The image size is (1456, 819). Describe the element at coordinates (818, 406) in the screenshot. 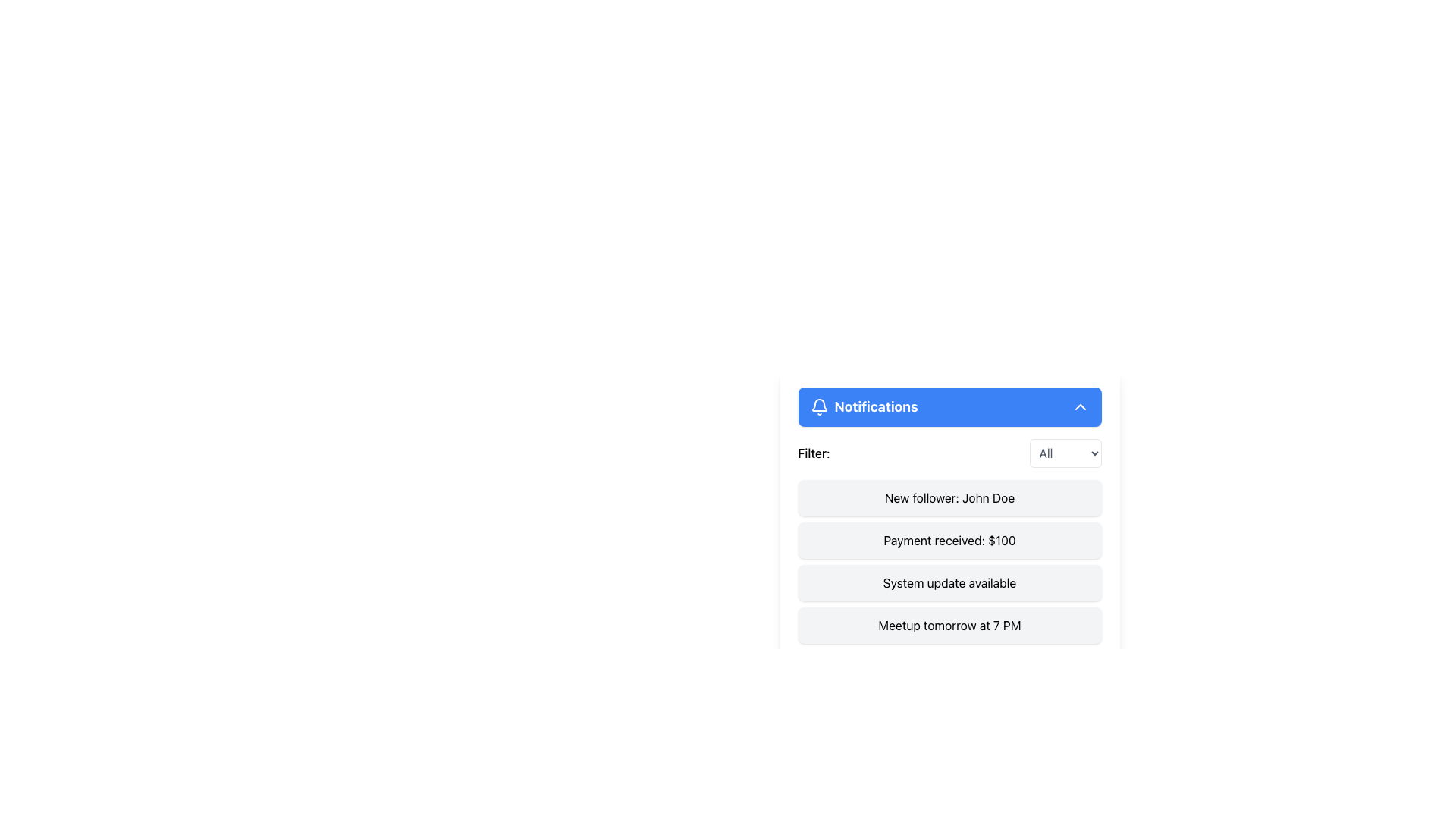

I see `the bell icon located on the left side of the blue header bar labeled 'Notifications'` at that location.